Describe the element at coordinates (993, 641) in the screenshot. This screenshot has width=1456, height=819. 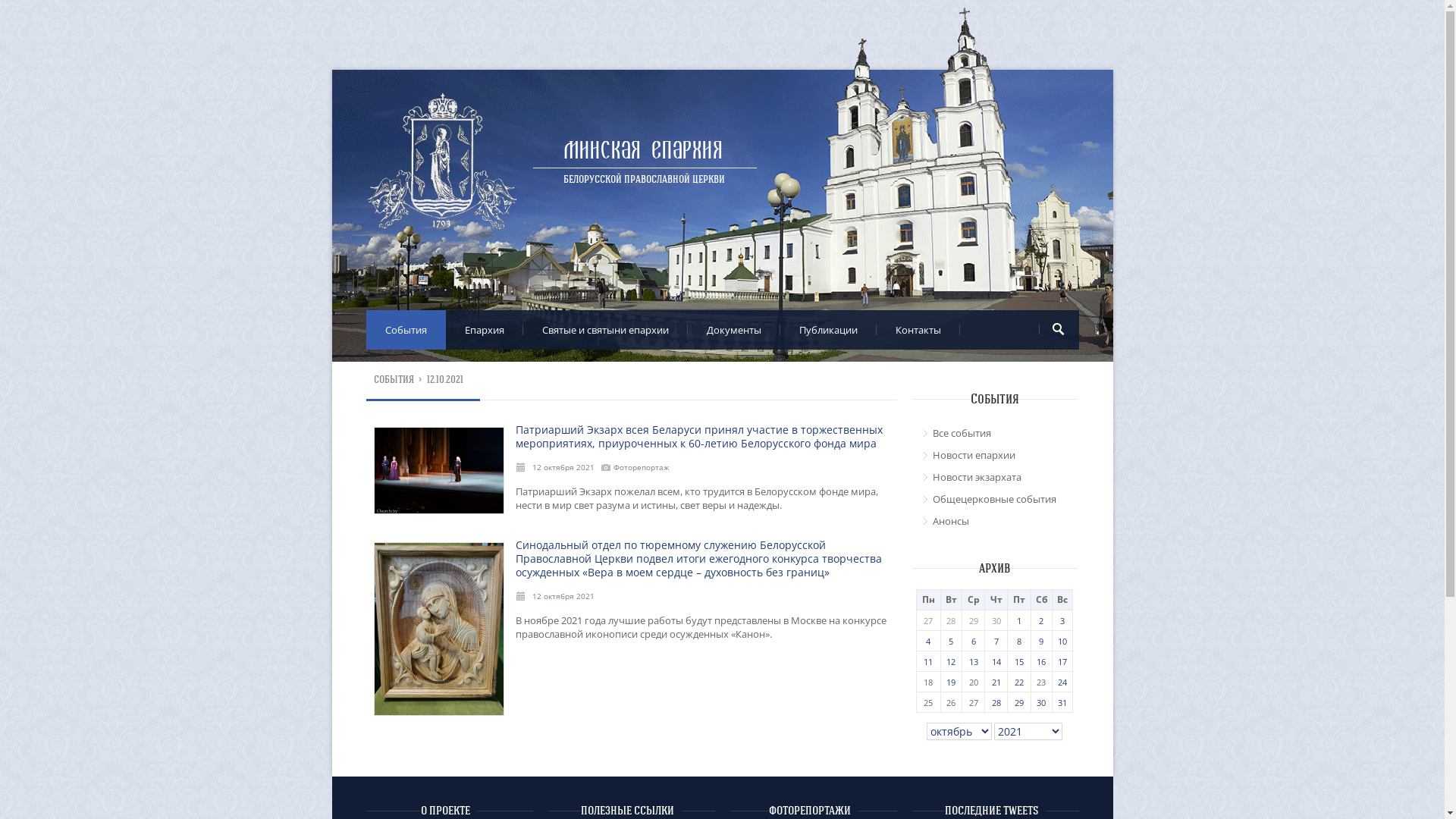
I see `'7'` at that location.